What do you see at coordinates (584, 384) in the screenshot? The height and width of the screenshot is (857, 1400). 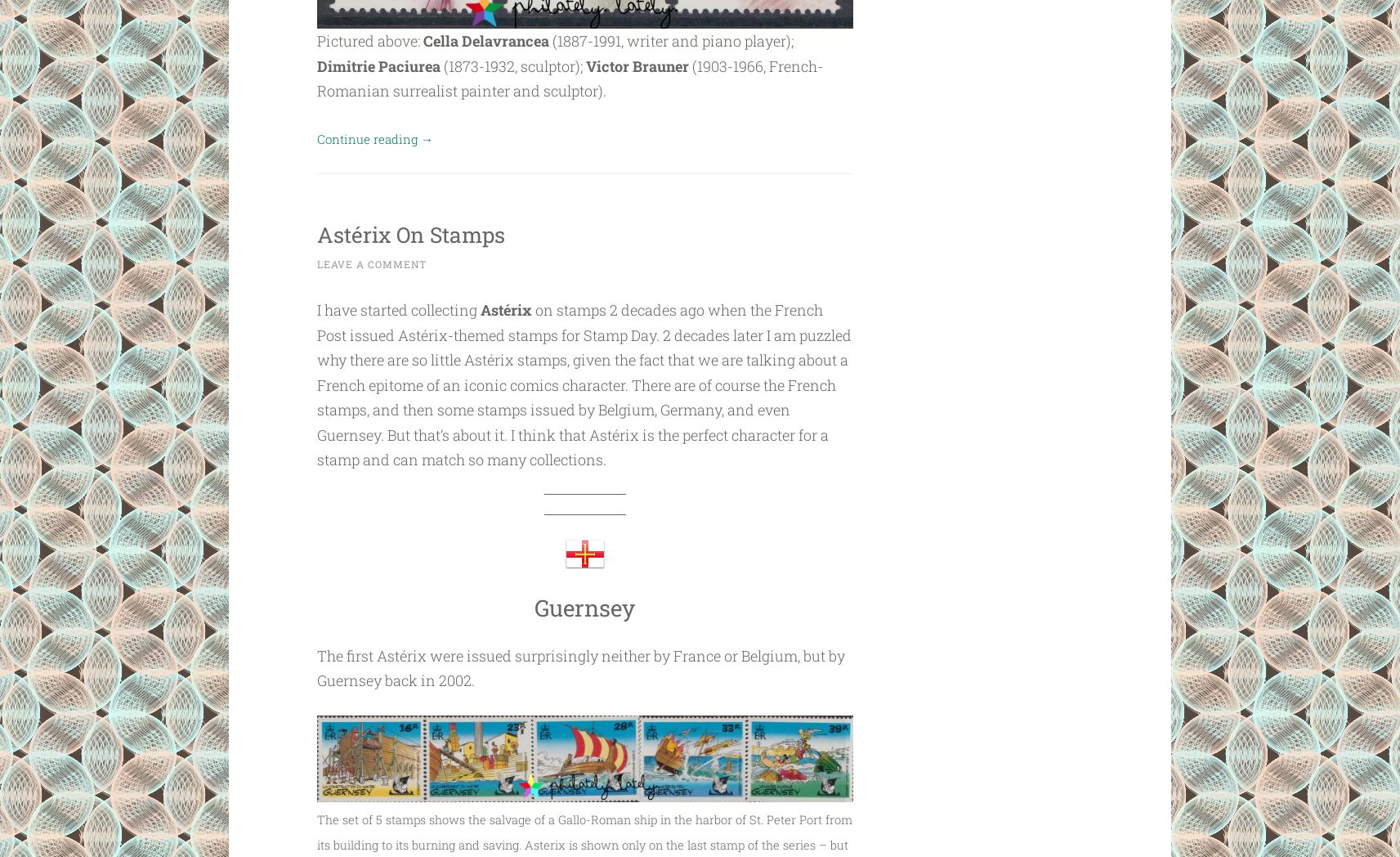 I see `'on stamps 2 decades ago when the French Post issued Astérix-themed stamps for Stamp Day. 2 decades later I am puzzled why there are so little Astérix stamps, given the fact that we are talking about a French epitome of an iconic comics character. There are of course the French stamps, and then some stamps issued by Belgium, Germany, and even Guernsey. But that’s about it. I think that Astérix is the perfect character for a stamp and can match so many collections.'` at bounding box center [584, 384].